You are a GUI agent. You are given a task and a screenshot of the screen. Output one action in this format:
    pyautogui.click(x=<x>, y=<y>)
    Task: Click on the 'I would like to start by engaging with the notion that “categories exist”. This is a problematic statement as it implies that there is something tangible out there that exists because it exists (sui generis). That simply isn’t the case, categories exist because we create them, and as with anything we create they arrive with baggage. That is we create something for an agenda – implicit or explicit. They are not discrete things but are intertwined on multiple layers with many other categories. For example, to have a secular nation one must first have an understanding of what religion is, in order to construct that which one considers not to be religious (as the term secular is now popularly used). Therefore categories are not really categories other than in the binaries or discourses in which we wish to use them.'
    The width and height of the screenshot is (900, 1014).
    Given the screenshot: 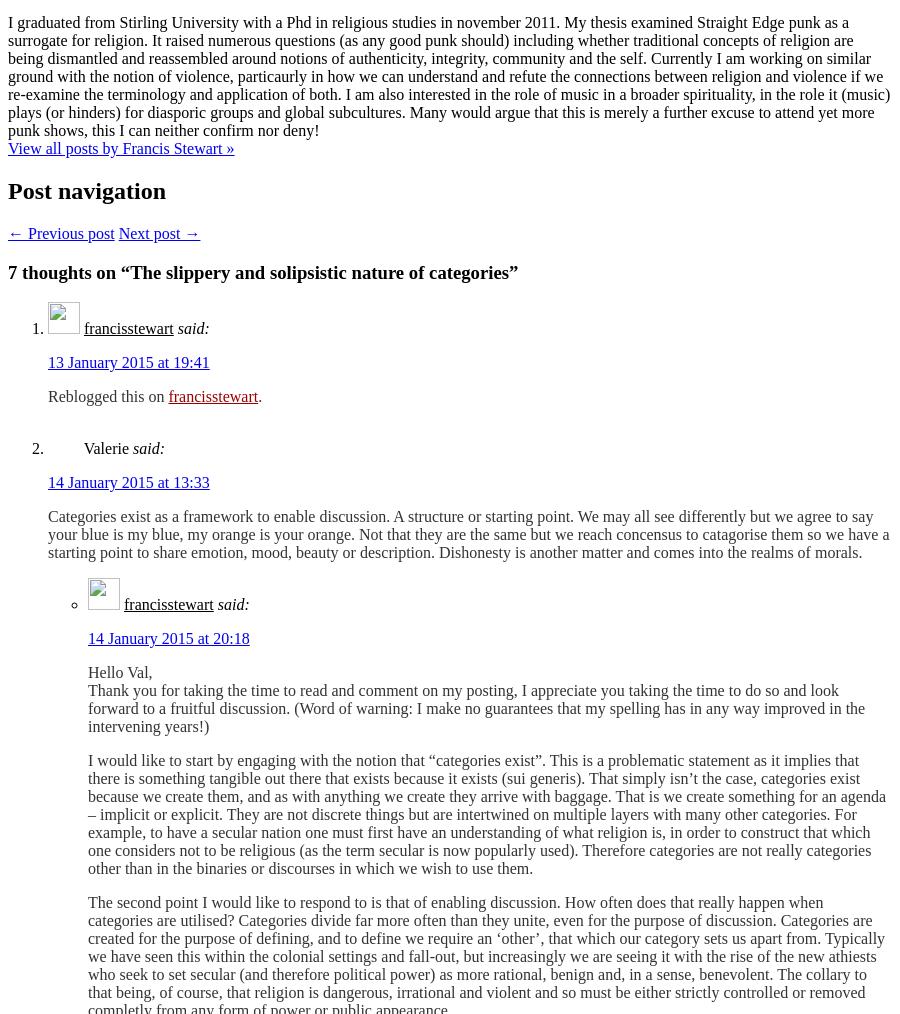 What is the action you would take?
    pyautogui.click(x=485, y=814)
    